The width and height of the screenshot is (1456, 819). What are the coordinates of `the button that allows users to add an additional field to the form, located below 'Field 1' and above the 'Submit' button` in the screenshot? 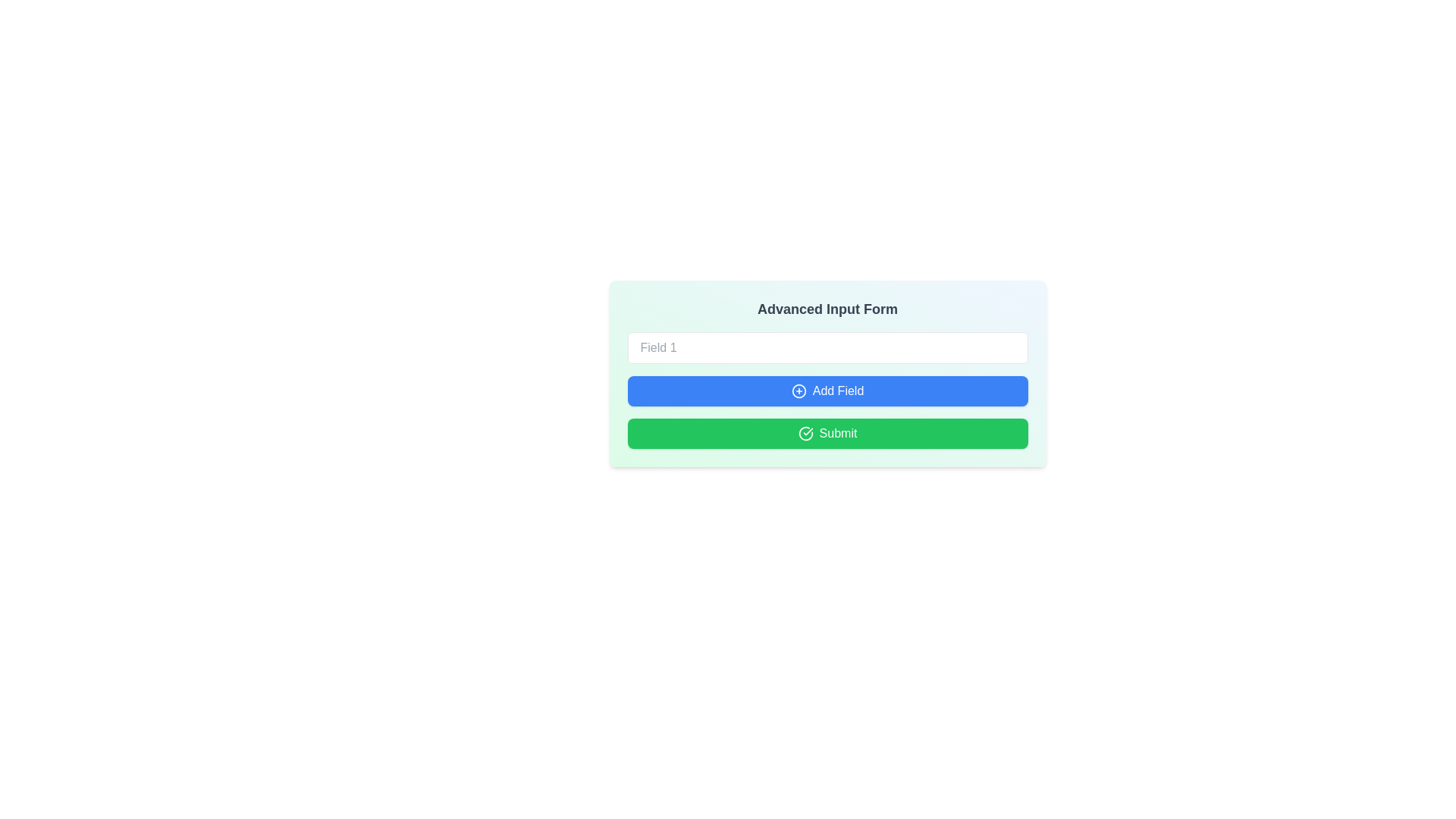 It's located at (827, 391).